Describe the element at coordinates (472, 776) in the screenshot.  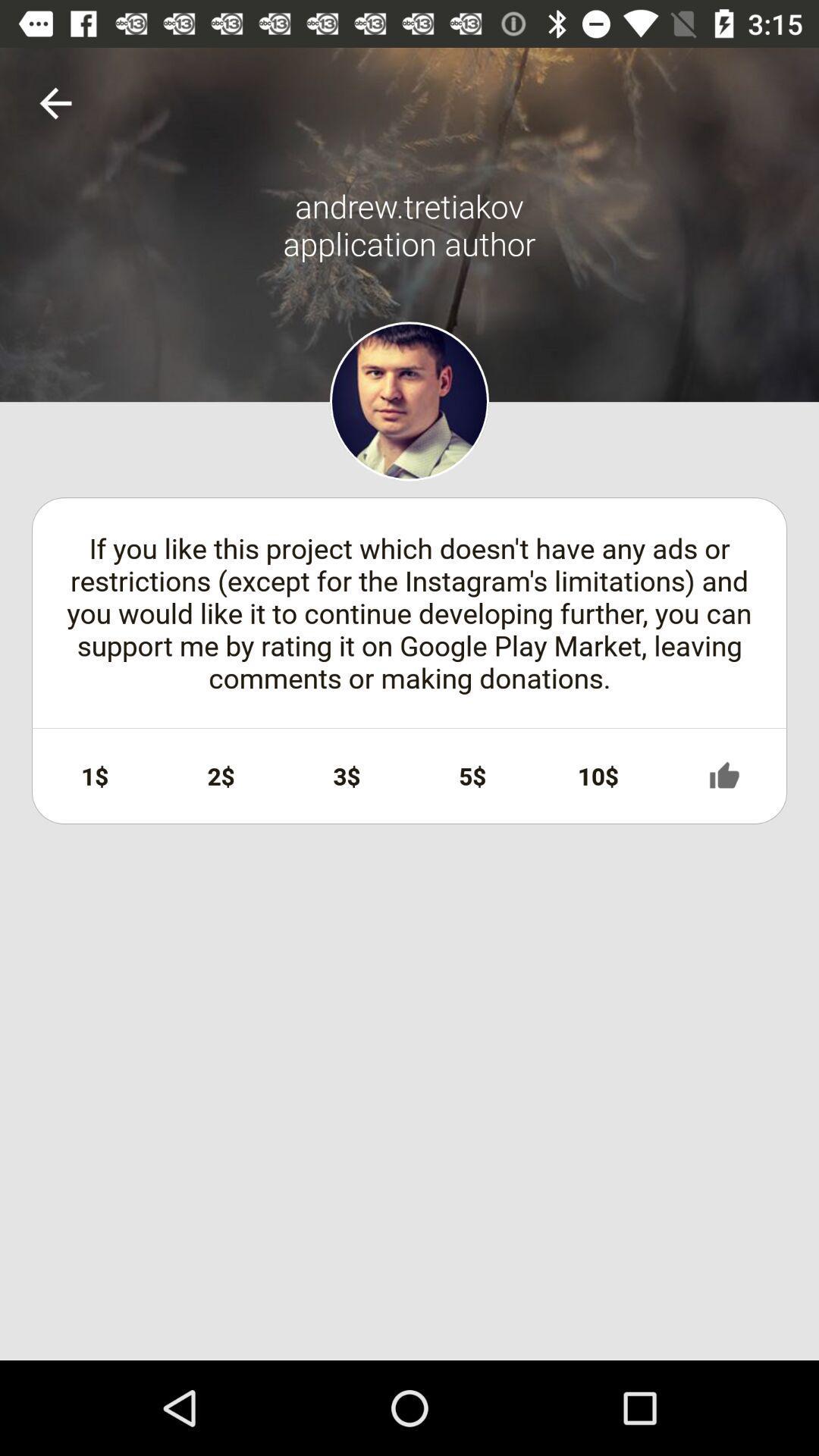
I see `the 5$ item` at that location.